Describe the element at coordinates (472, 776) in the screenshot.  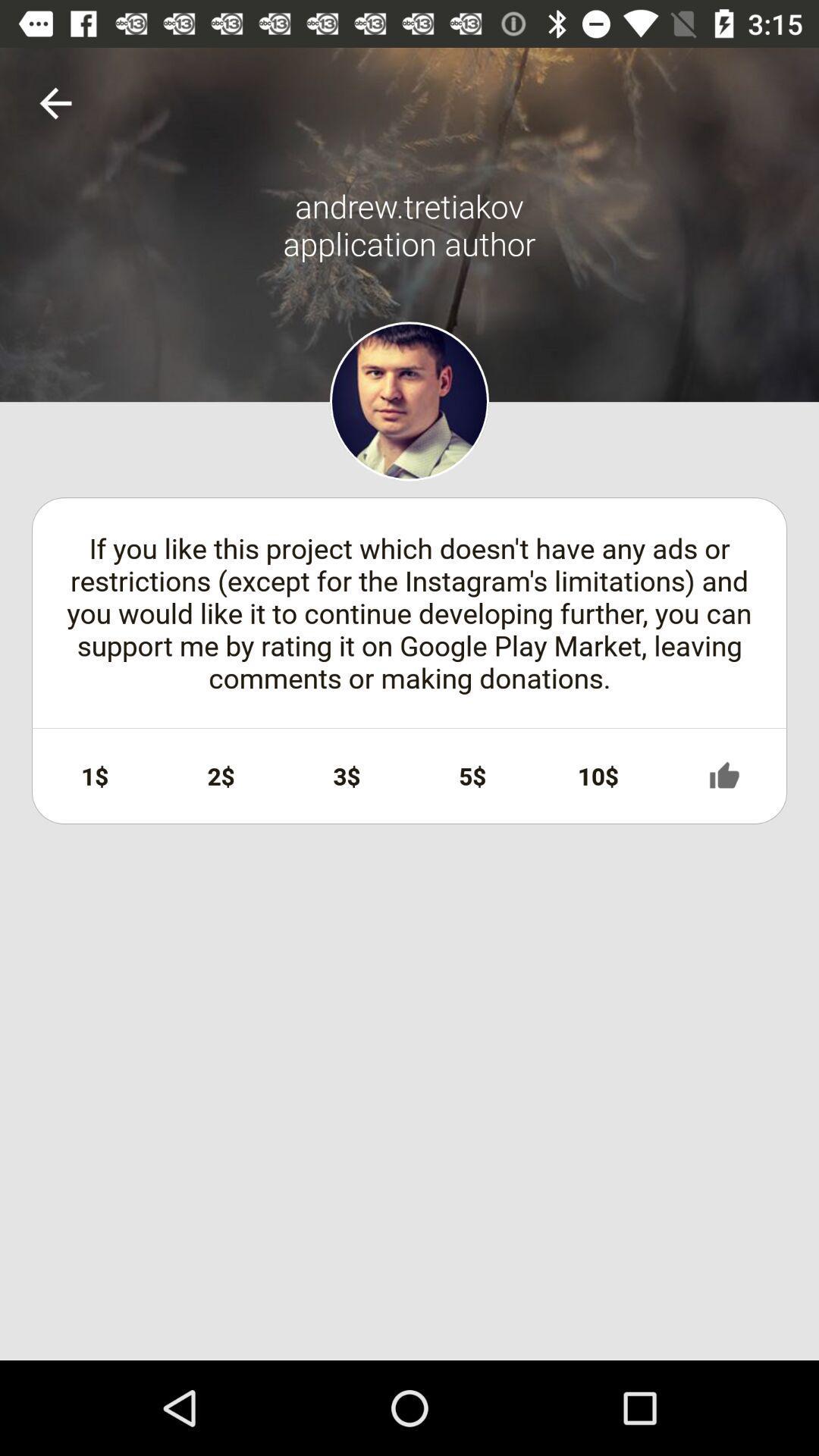
I see `the 5$ item` at that location.